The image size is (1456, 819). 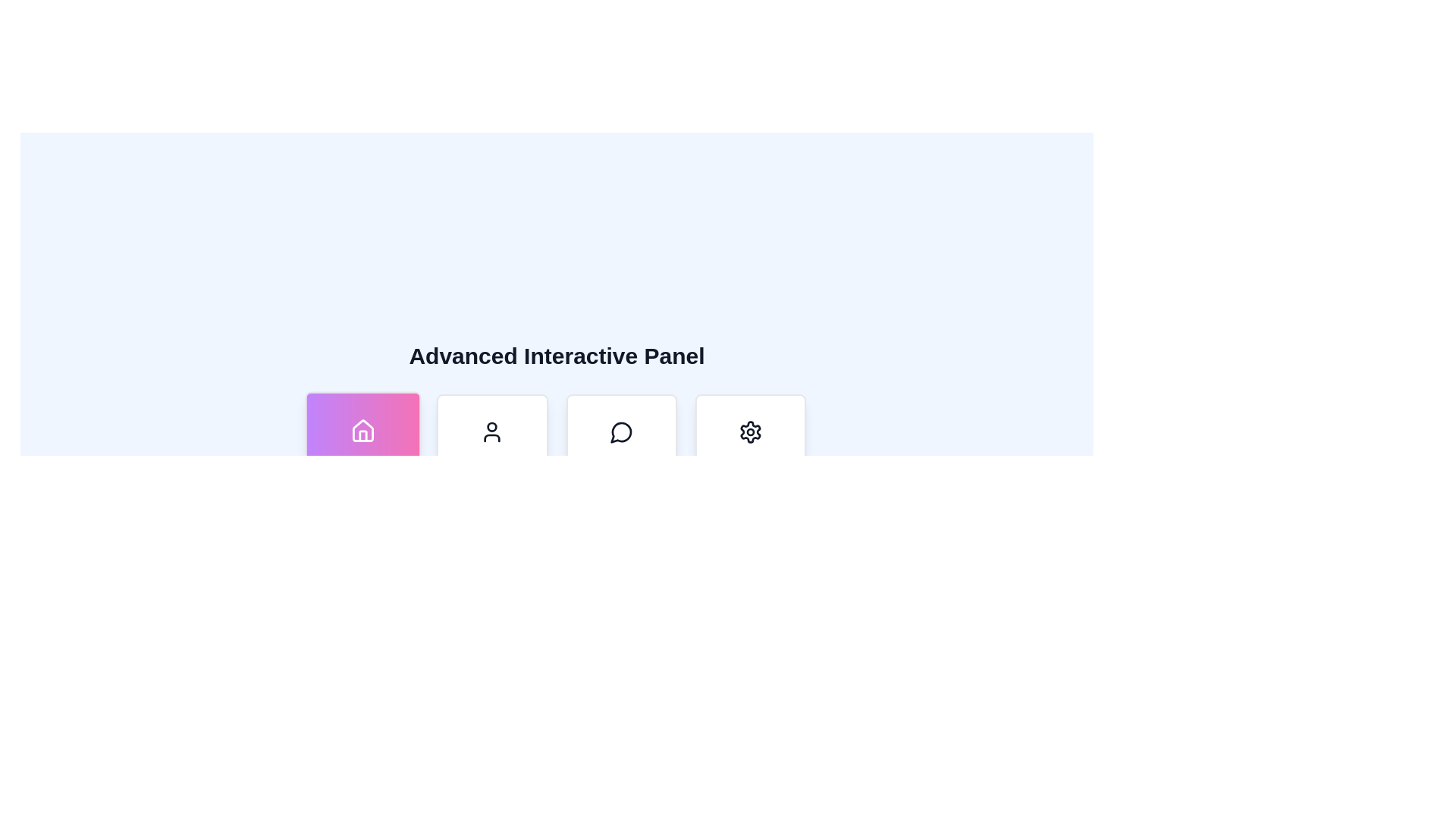 I want to click on the 'Home' graphical icon located on the leftmost side of the icon set beneath the 'Advanced Interactive Panel' title, so click(x=362, y=431).